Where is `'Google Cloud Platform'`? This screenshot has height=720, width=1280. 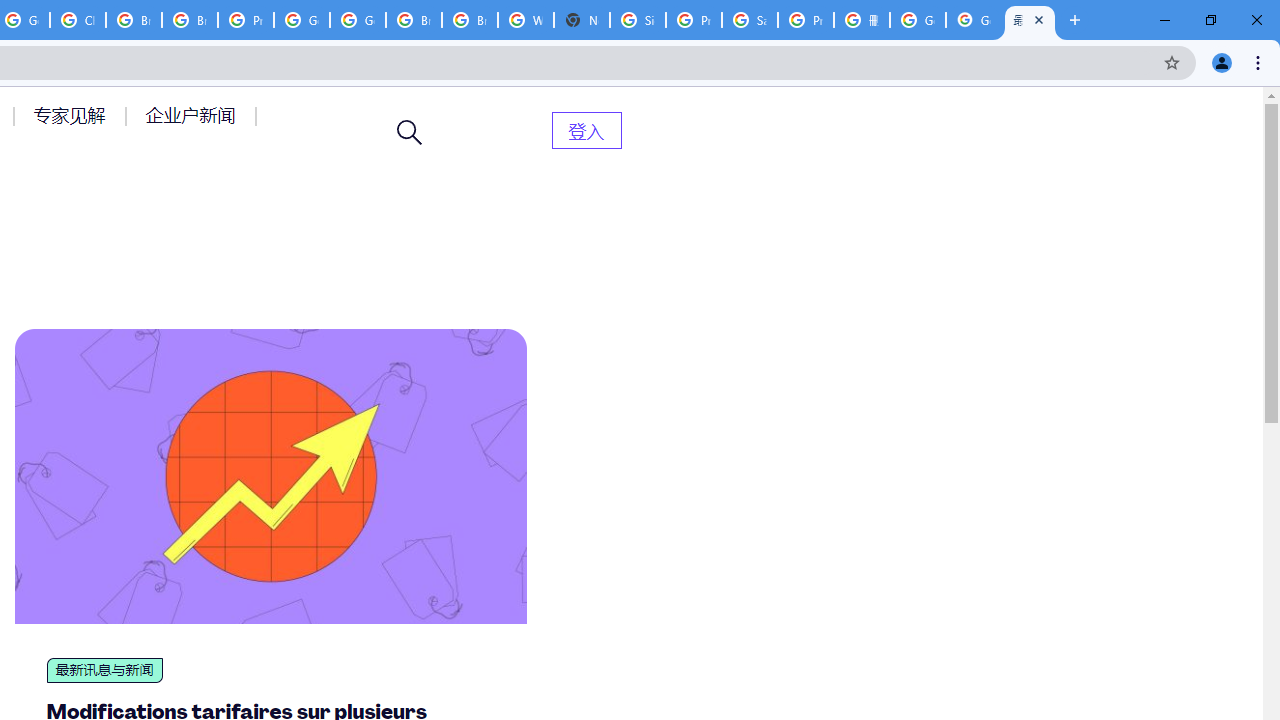 'Google Cloud Platform' is located at coordinates (301, 20).